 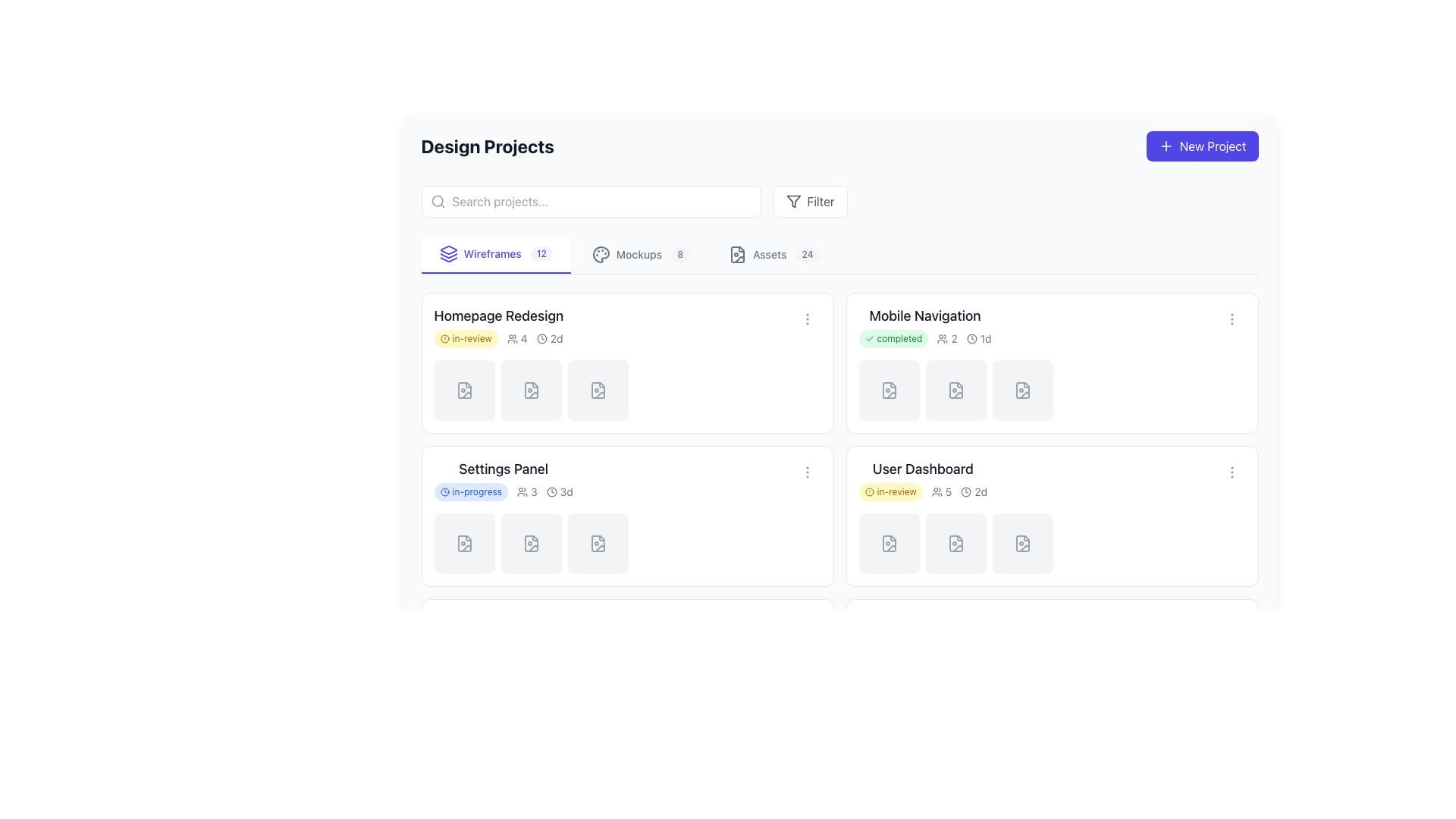 I want to click on the user icon in the 'Settings Panel' project card, which is located adjacent to the numerical indicator showing the count of users, so click(x=522, y=491).